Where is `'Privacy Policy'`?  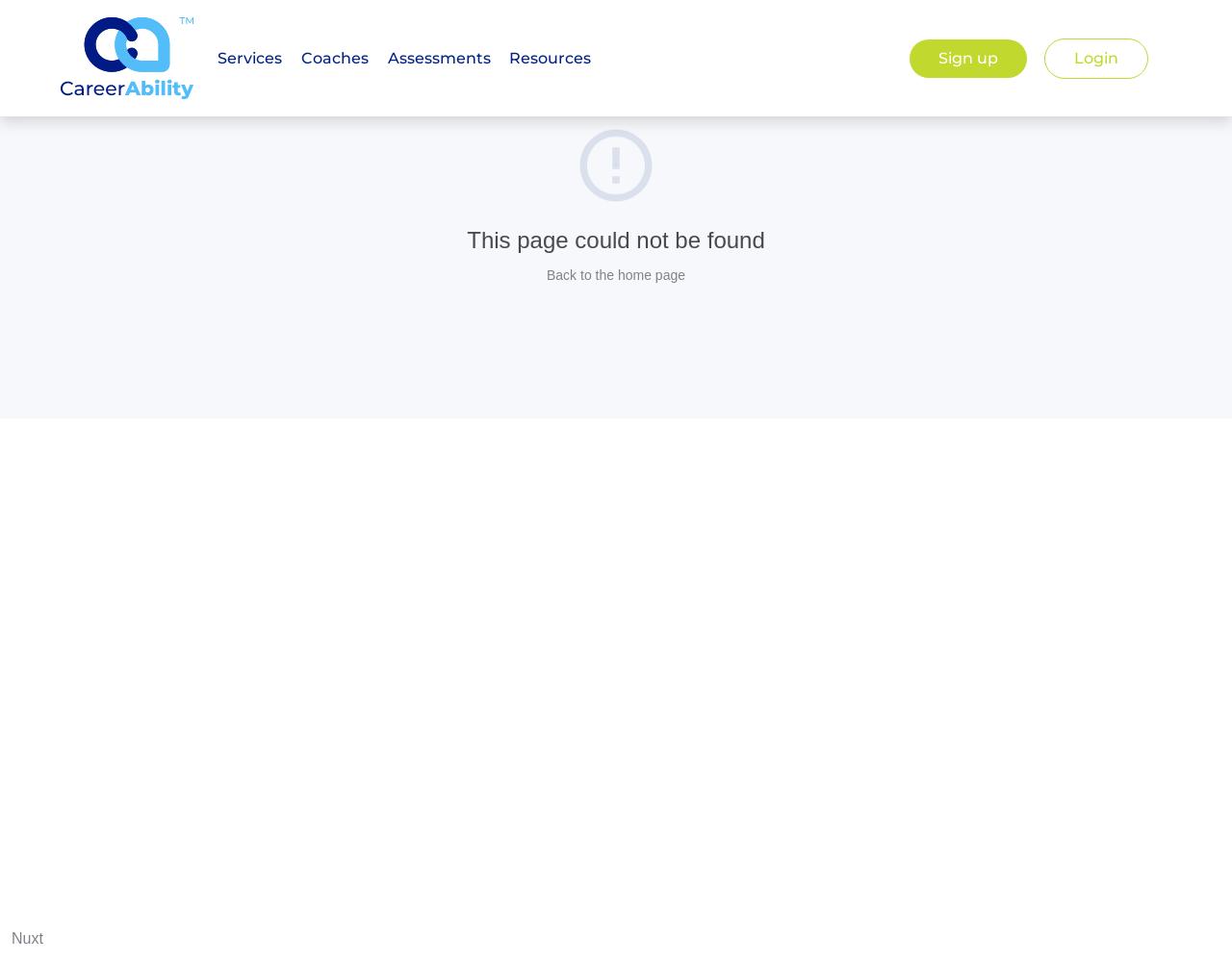
'Privacy Policy' is located at coordinates (696, 303).